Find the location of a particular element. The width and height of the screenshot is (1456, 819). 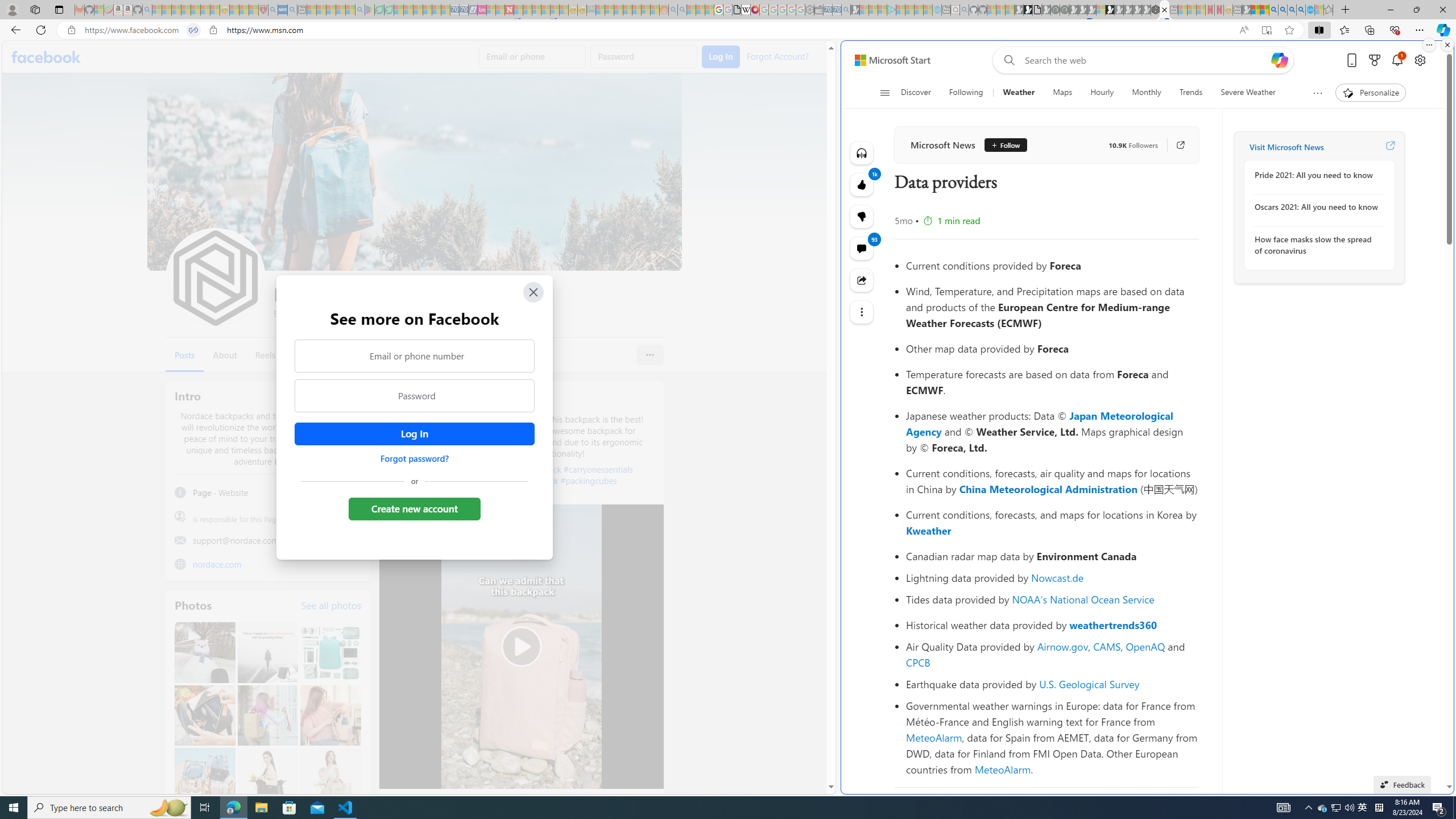

'Workspaces' is located at coordinates (35, 9).